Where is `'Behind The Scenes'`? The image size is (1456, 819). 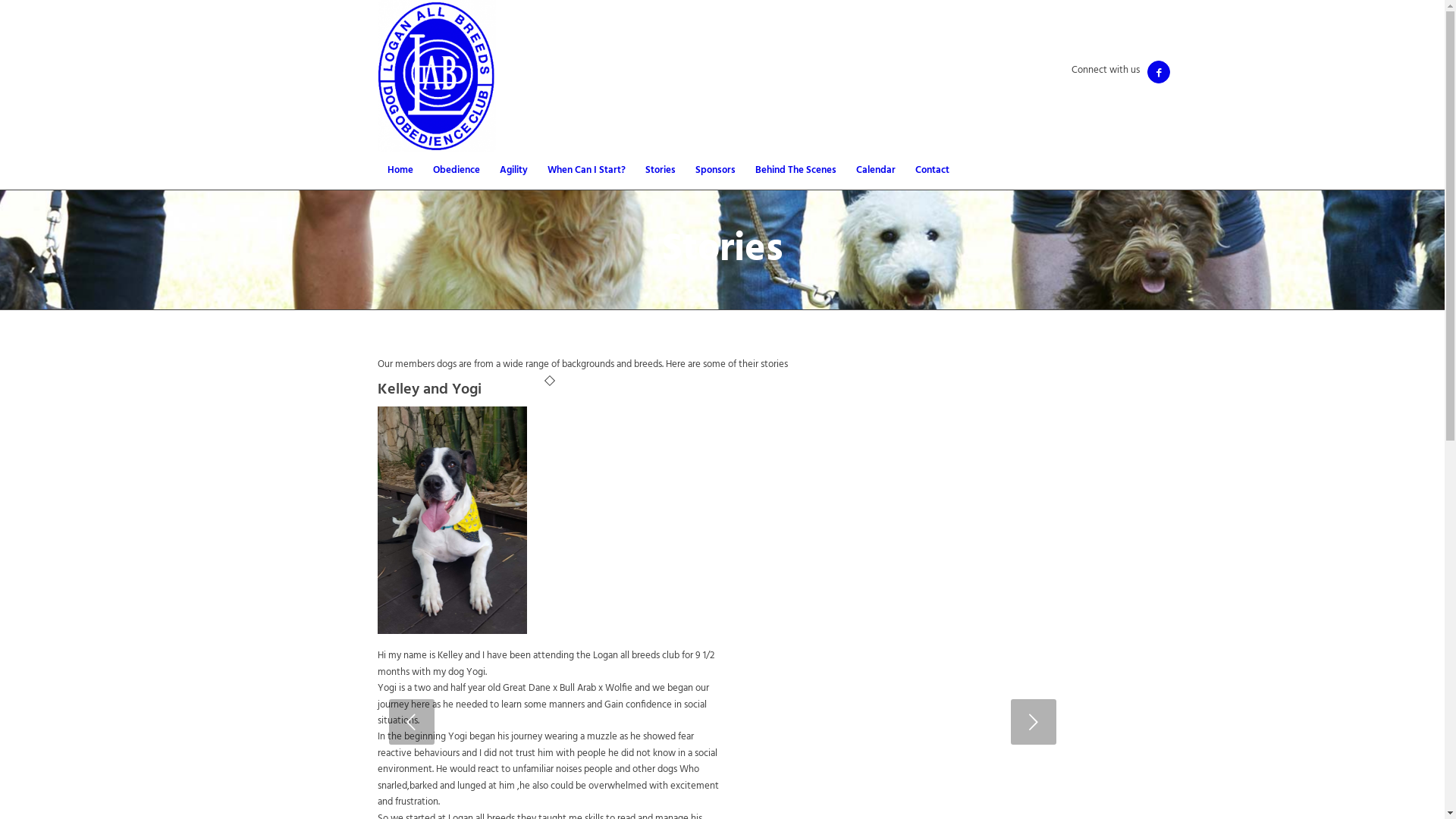
'Behind The Scenes' is located at coordinates (794, 170).